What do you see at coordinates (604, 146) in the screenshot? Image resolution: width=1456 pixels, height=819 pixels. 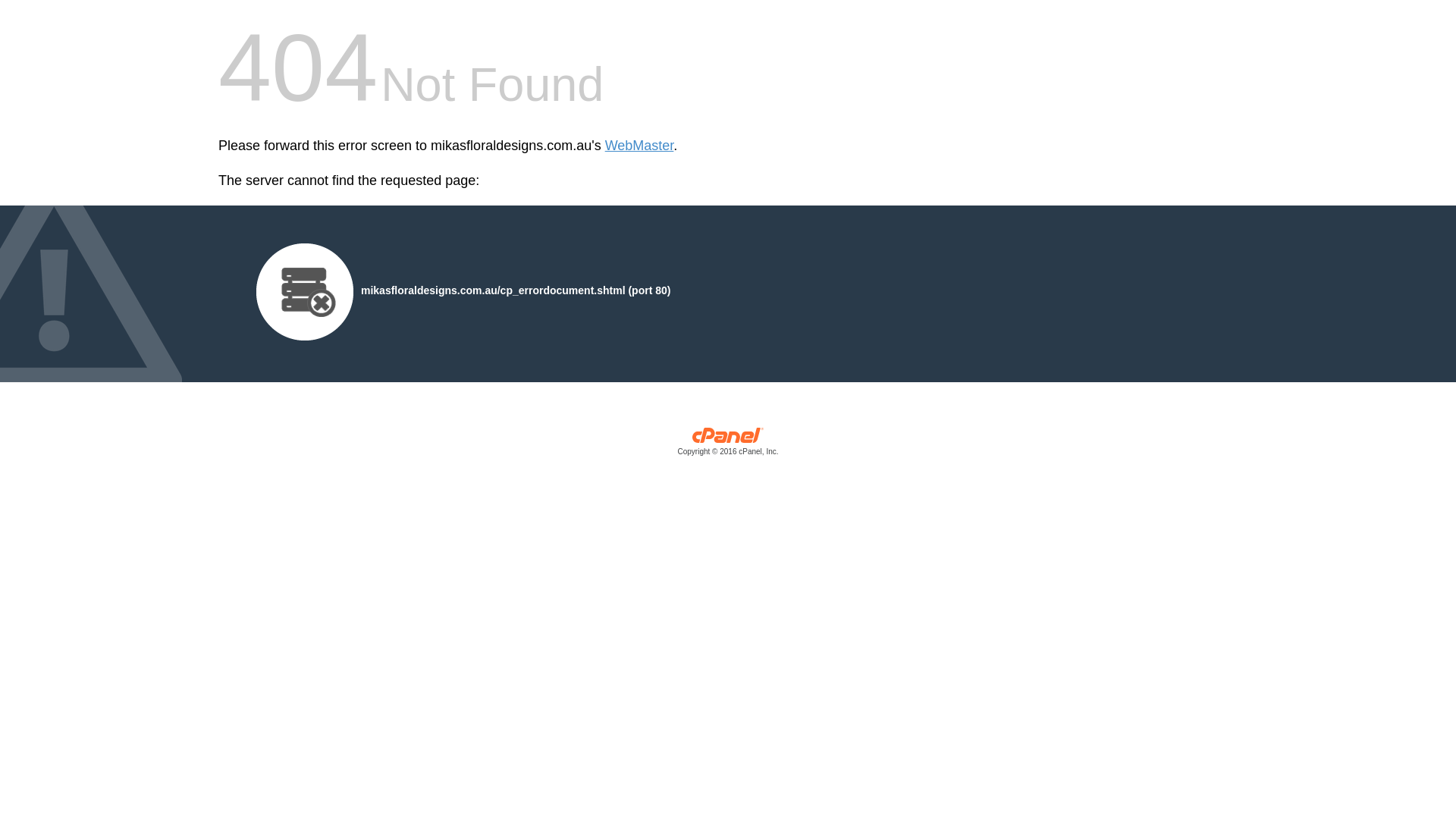 I see `'WebMaster'` at bounding box center [604, 146].